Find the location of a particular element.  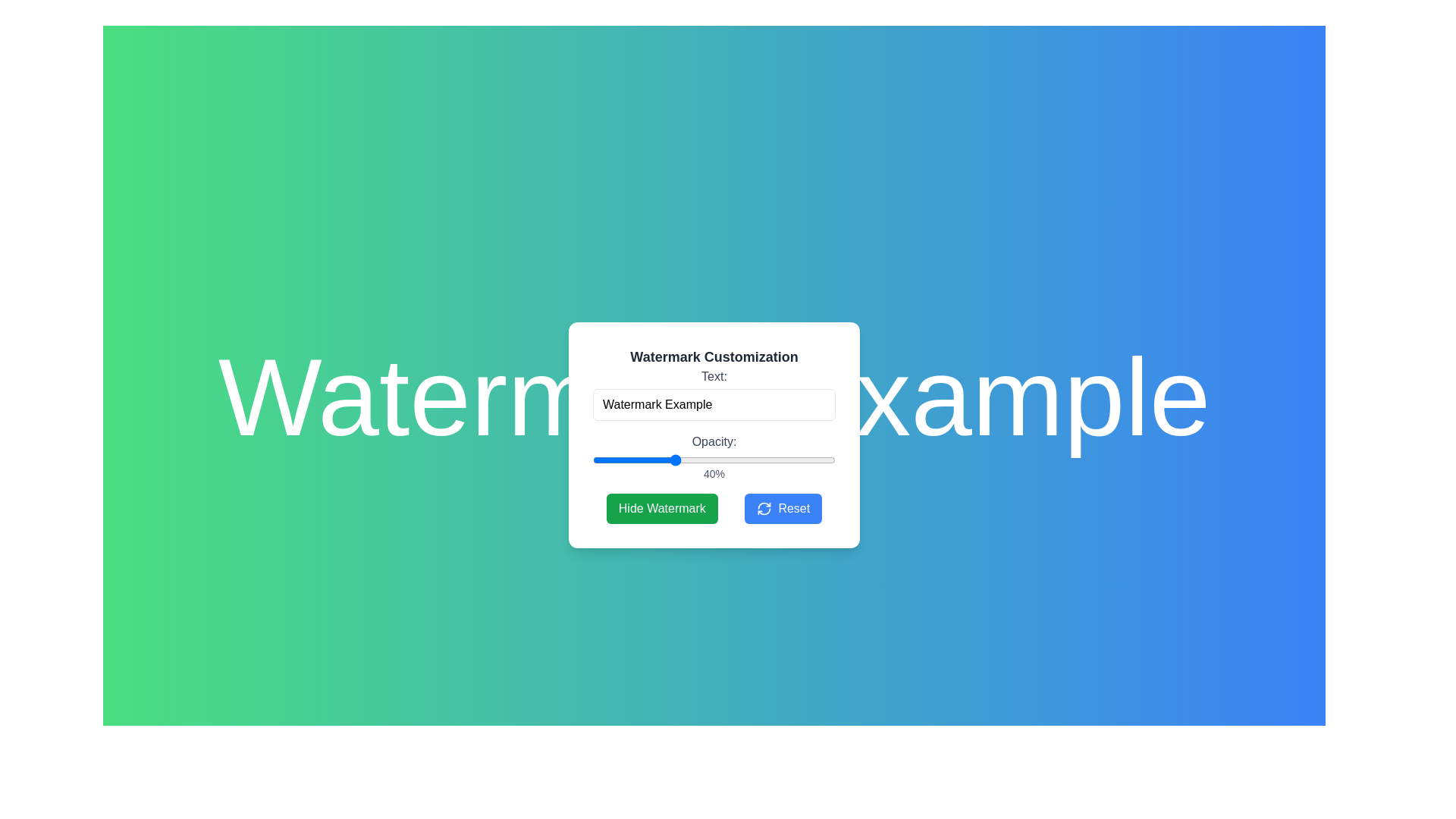

the 'Reset' text label located on the blue button in the lower-right corner of the modal dialog box is located at coordinates (793, 509).